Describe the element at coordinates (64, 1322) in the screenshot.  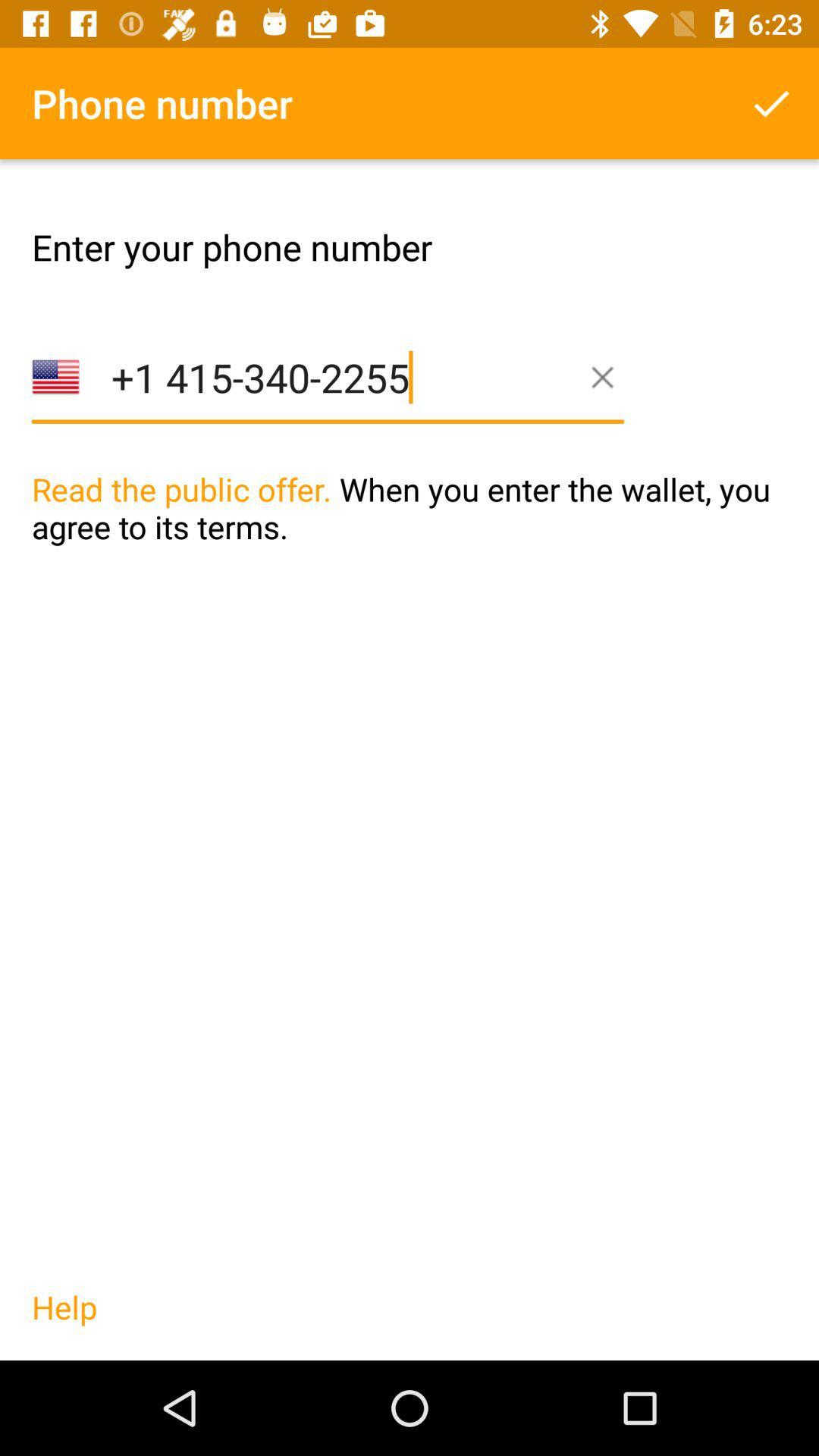
I see `help` at that location.